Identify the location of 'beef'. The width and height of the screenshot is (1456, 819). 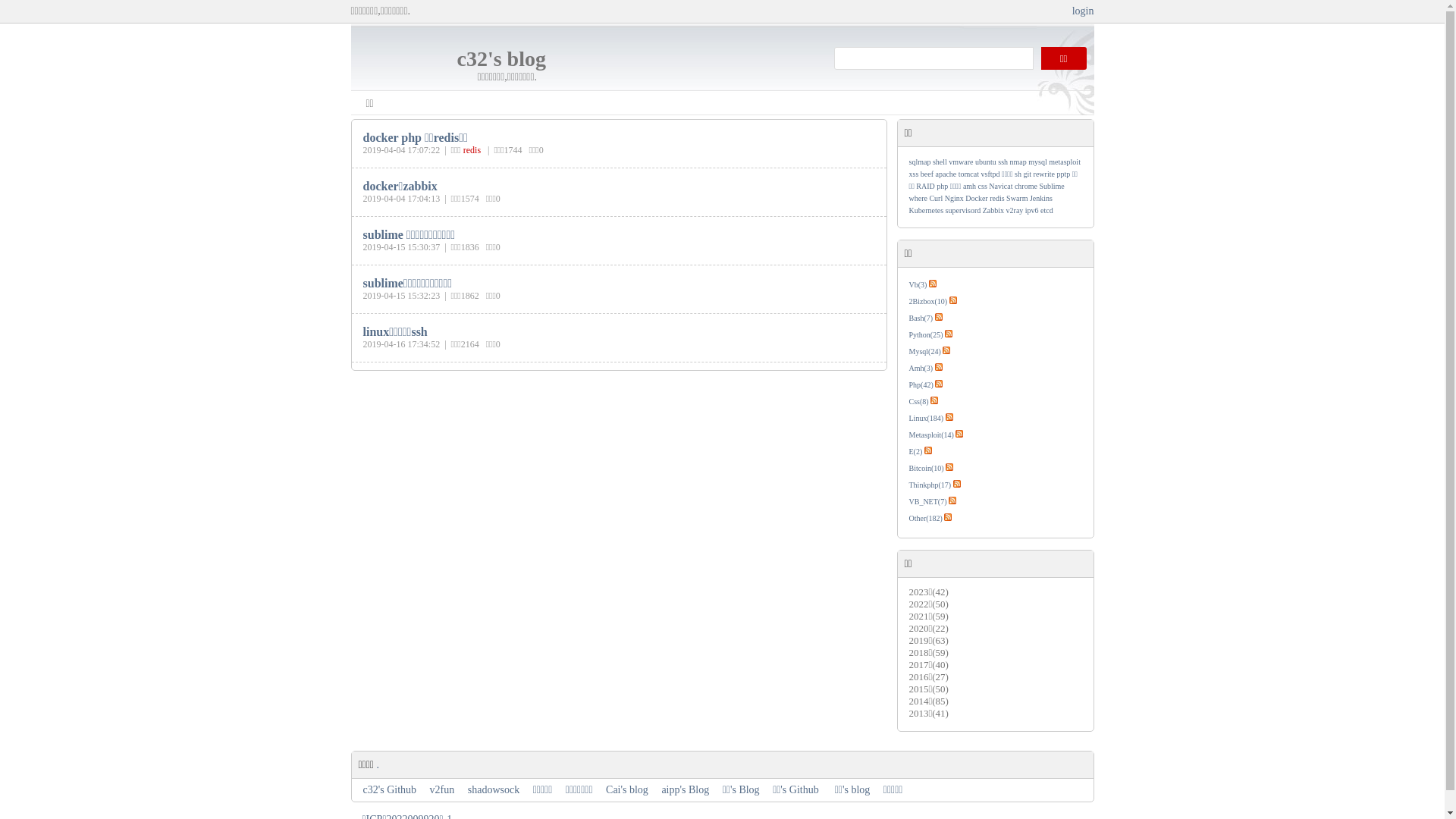
(920, 173).